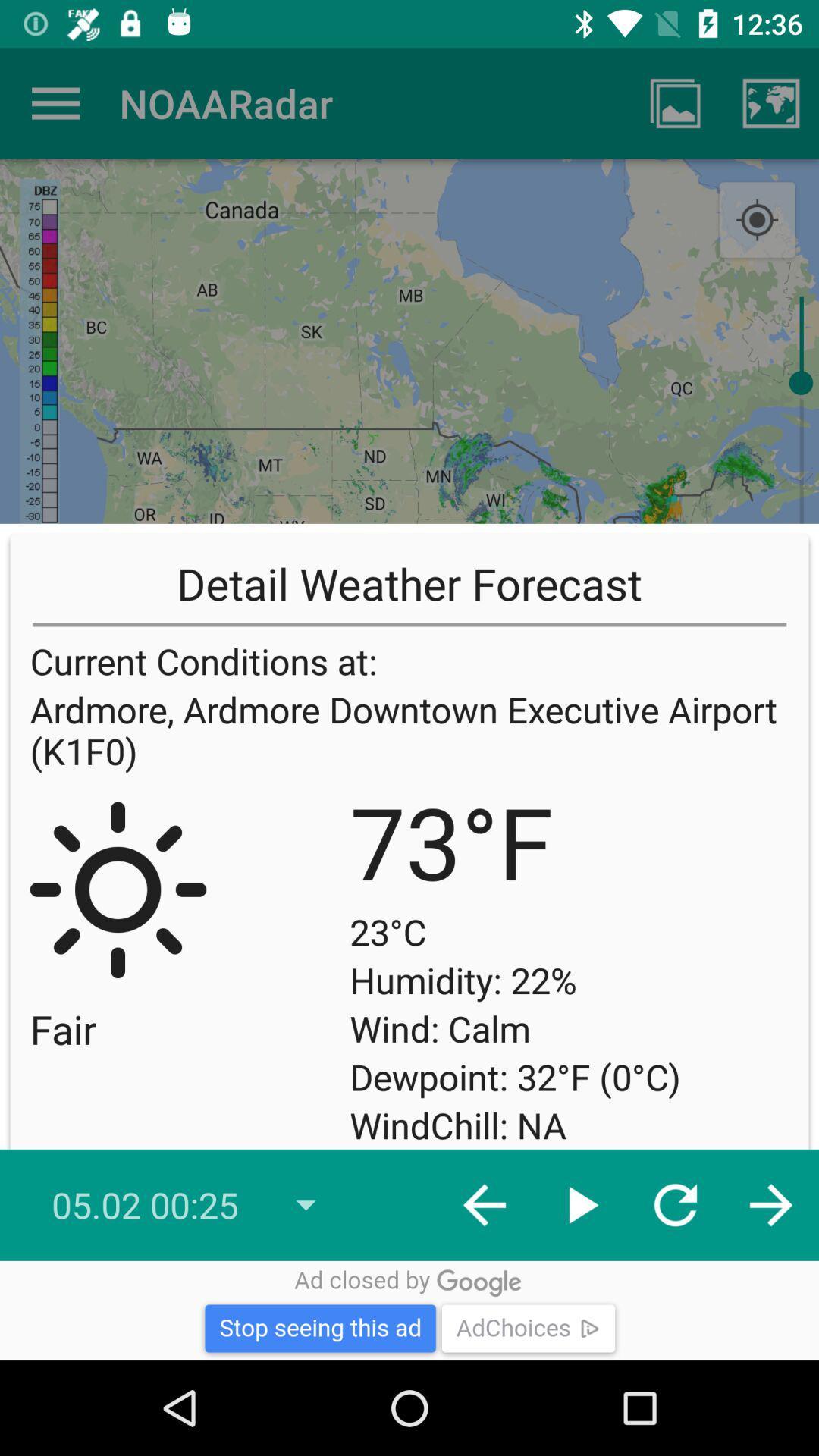 The width and height of the screenshot is (819, 1456). What do you see at coordinates (757, 999) in the screenshot?
I see `the item to the right of the dewpoint 32 f icon` at bounding box center [757, 999].